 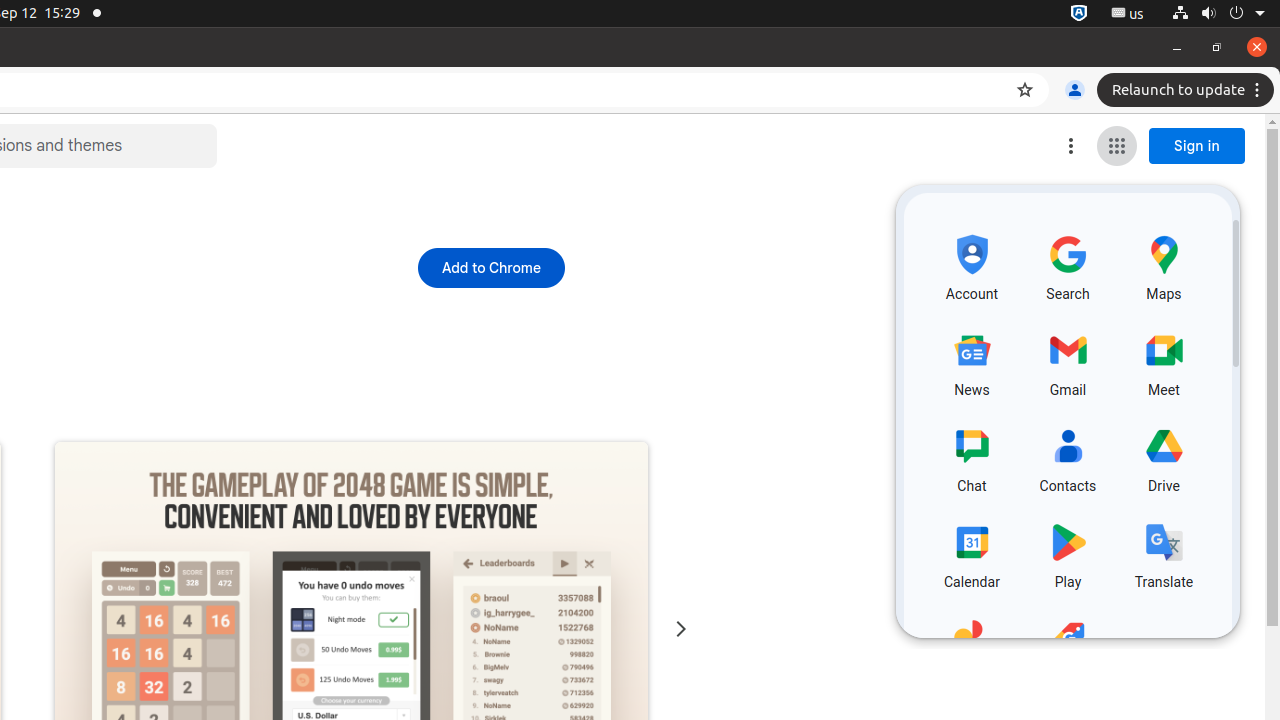 I want to click on 'Contacts, row 3 of 5 and column 2 of 3 in the first section (opens a new tab)', so click(x=1067, y=456).